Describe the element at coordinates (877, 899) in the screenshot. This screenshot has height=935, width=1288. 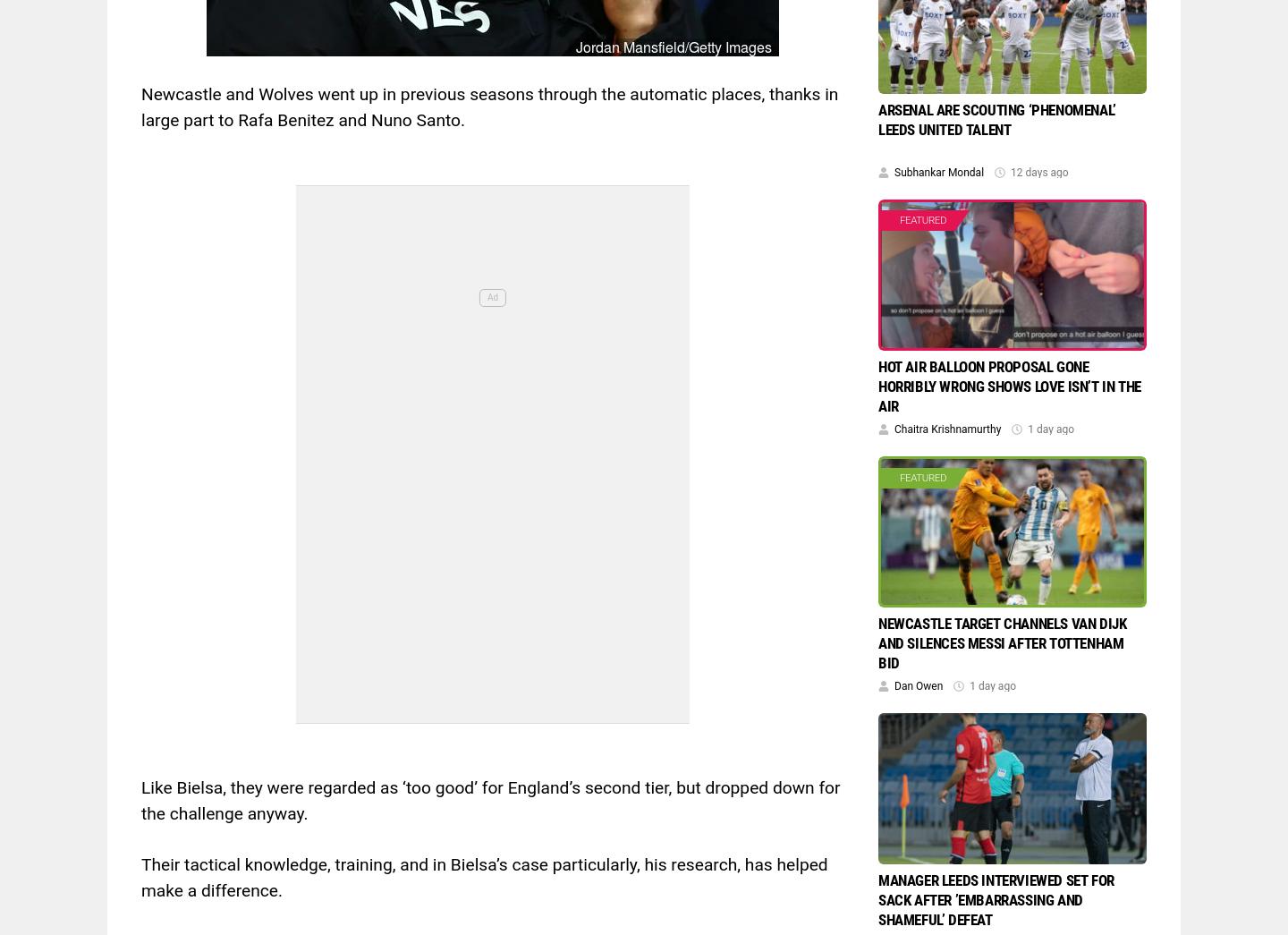
I see `'Manager Leeds interviewed set for sack after ’embarrassing and shameful’ defeat'` at that location.